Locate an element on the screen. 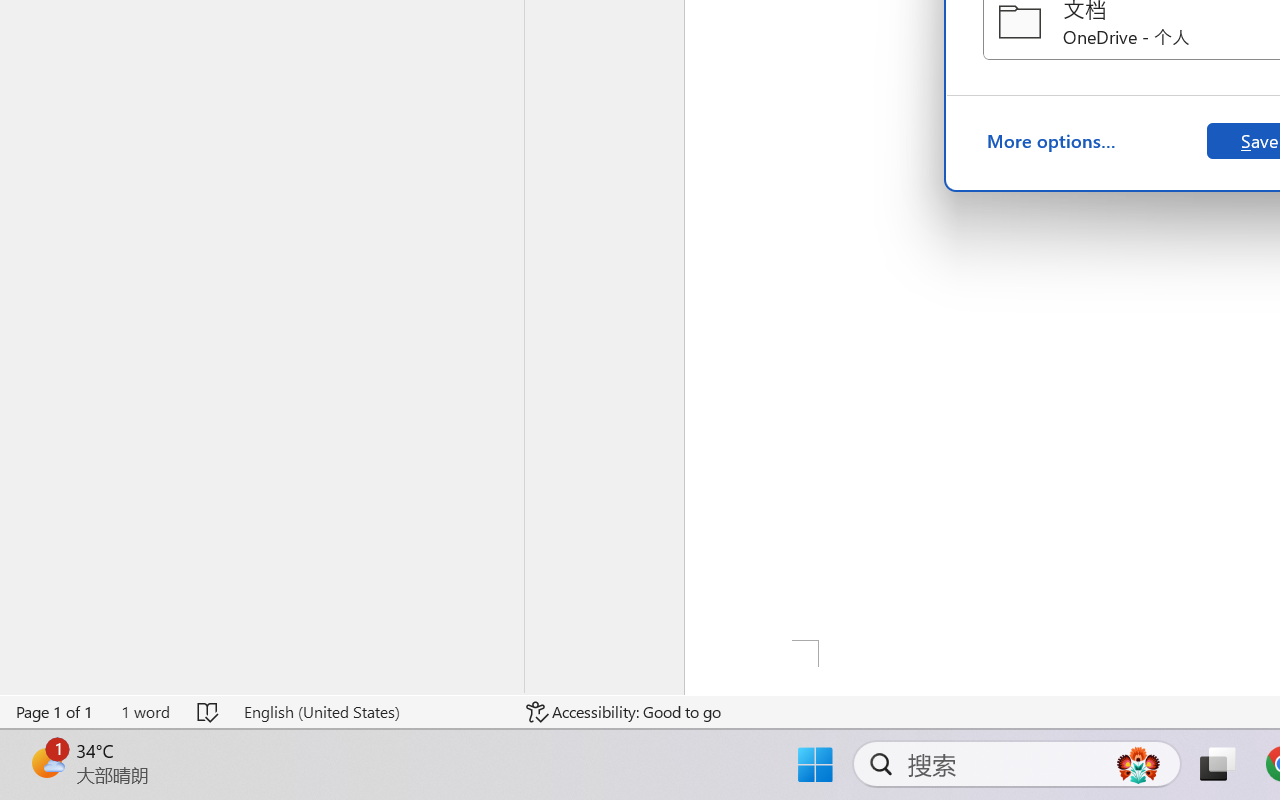  'Spelling and Grammar Check No Errors' is located at coordinates (209, 711).